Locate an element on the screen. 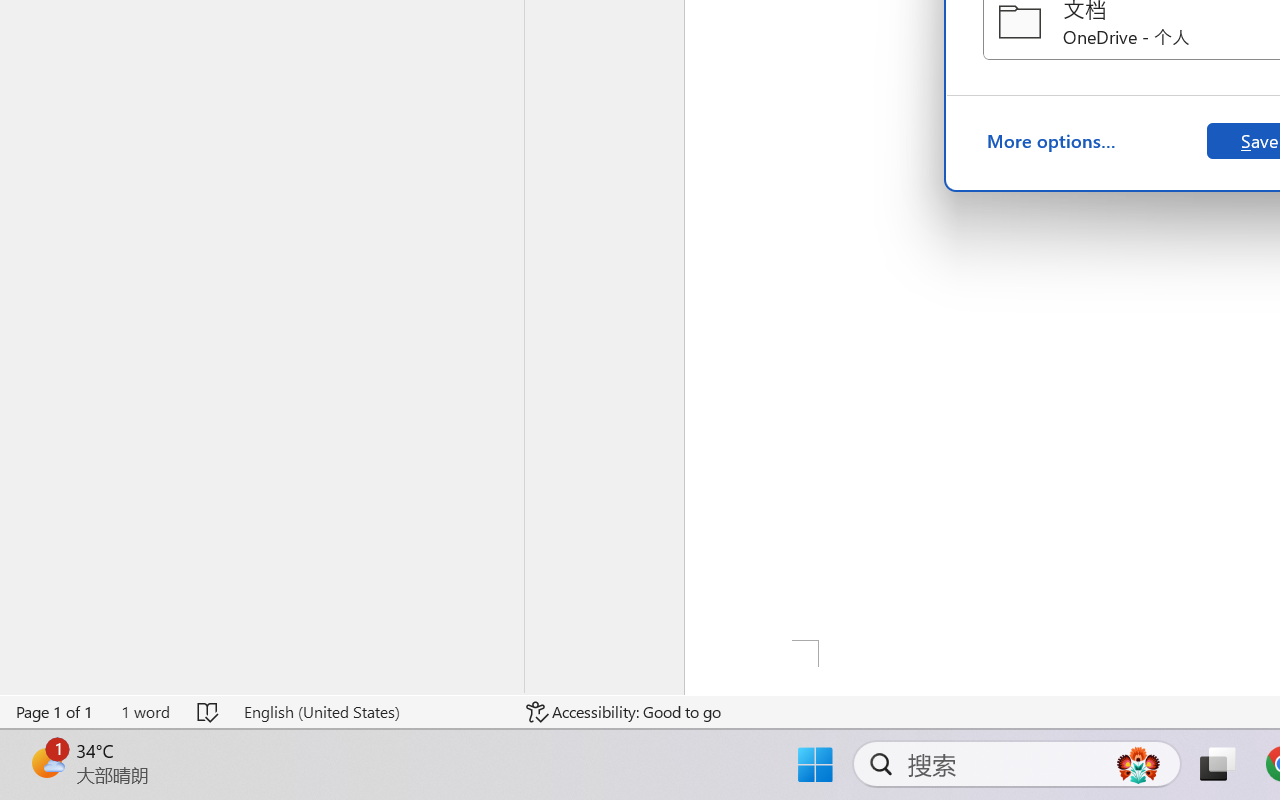  'Spelling and Grammar Check No Errors' is located at coordinates (209, 711).